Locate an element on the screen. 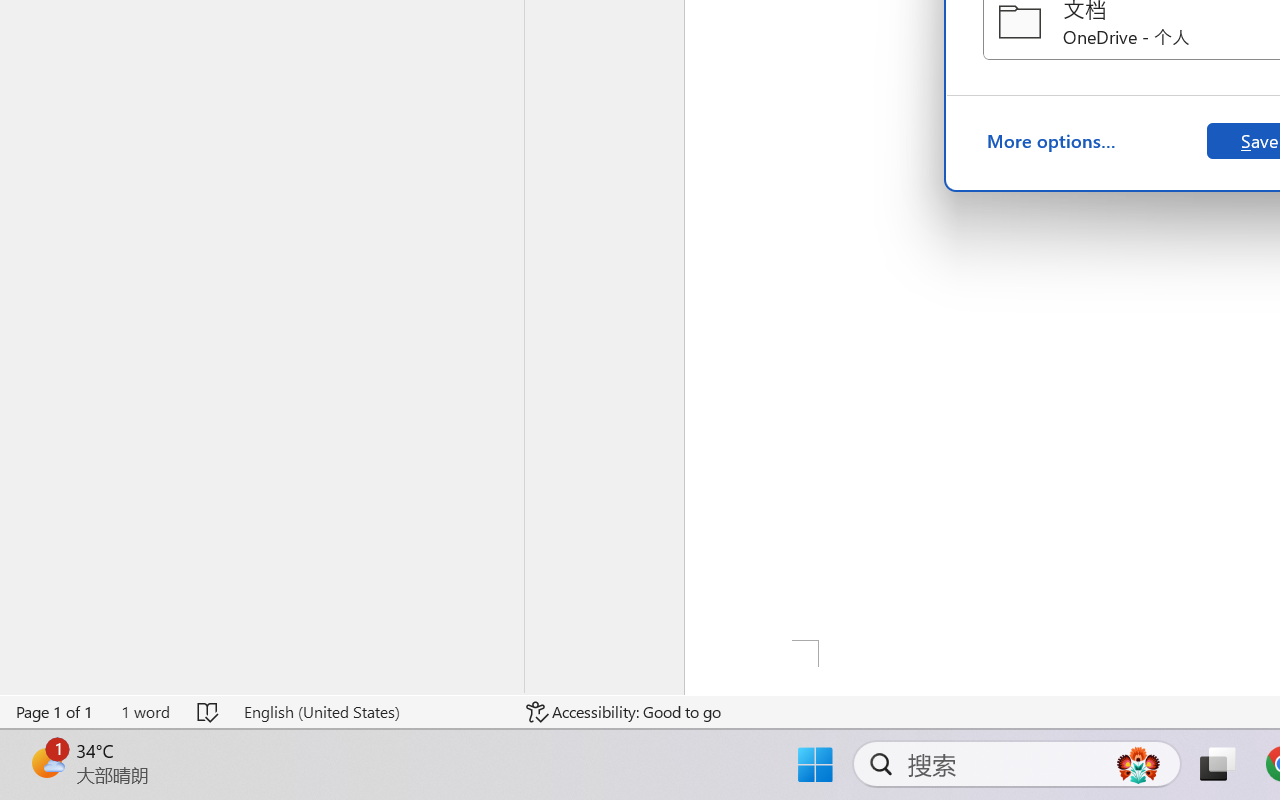  'Spelling and Grammar Check No Errors' is located at coordinates (209, 711).